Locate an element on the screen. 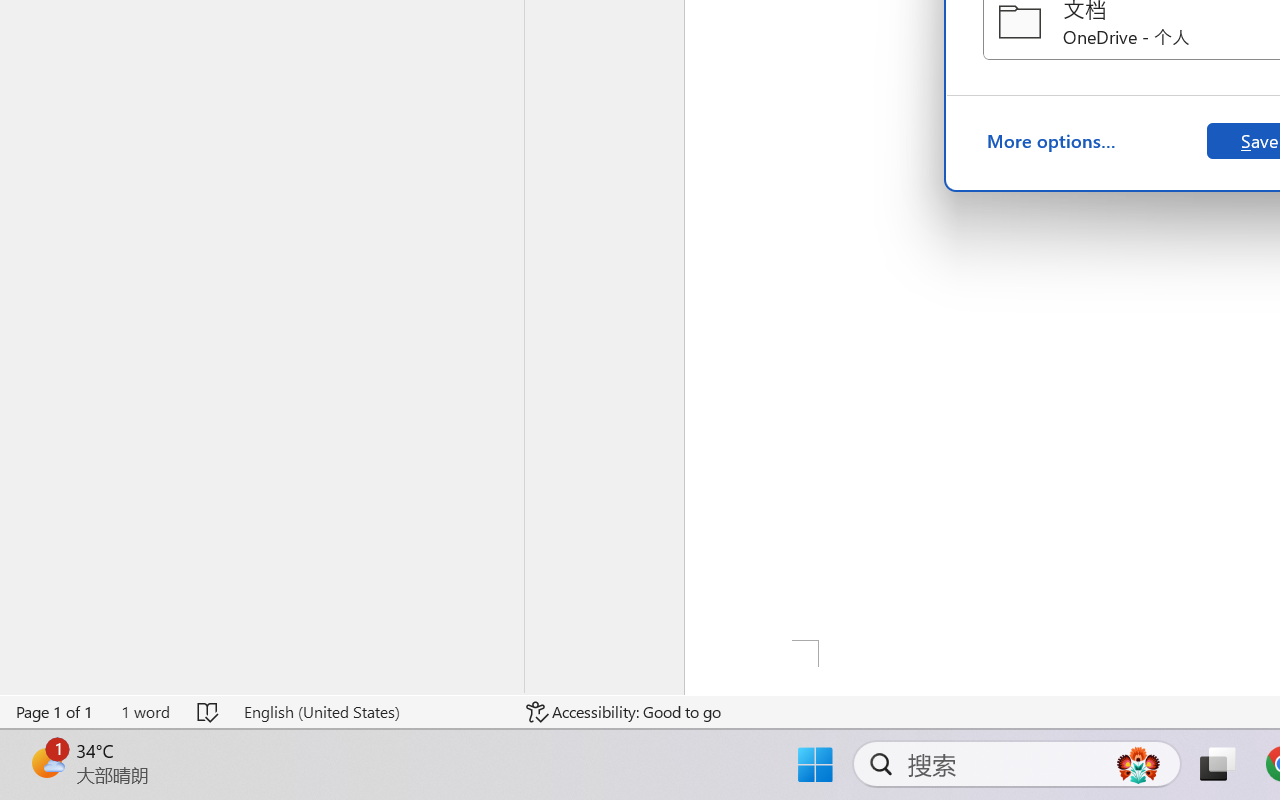  'Spelling and Grammar Check No Errors' is located at coordinates (209, 711).